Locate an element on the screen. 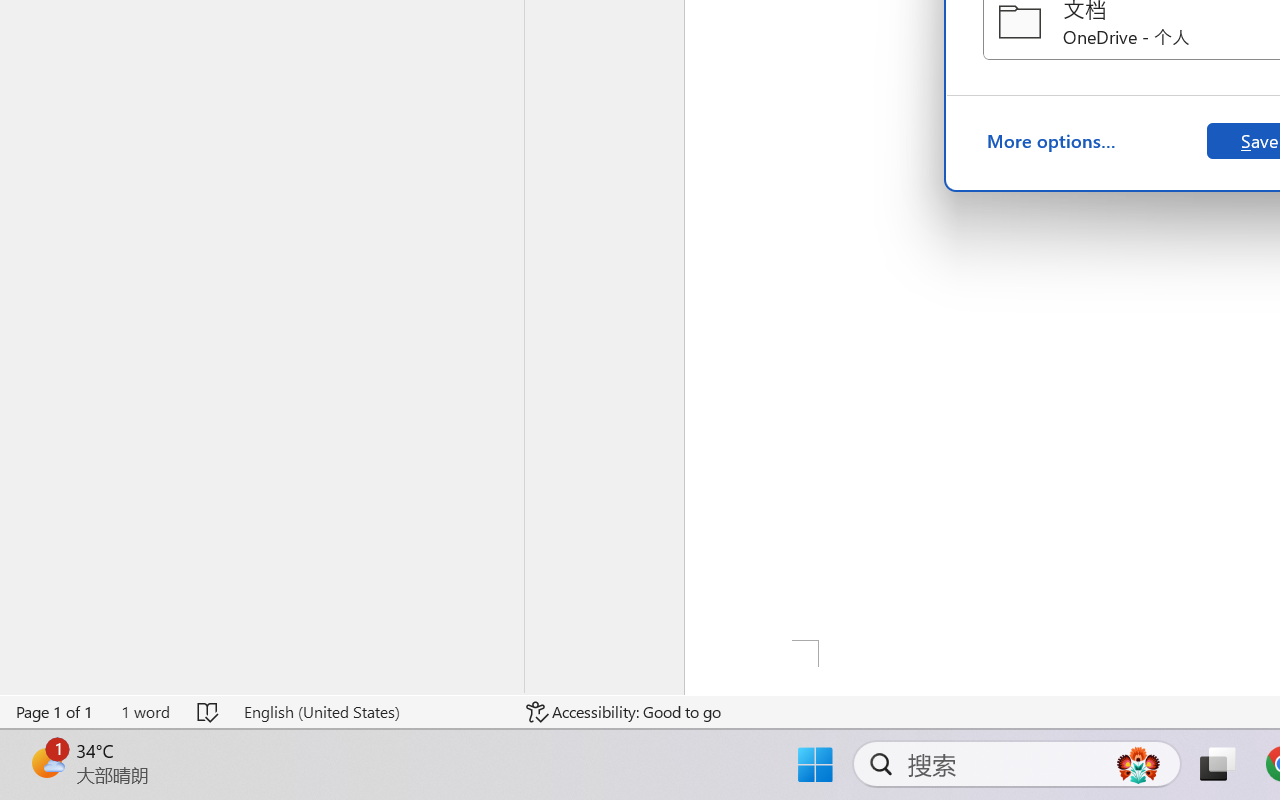  'Spelling and Grammar Check No Errors' is located at coordinates (209, 711).